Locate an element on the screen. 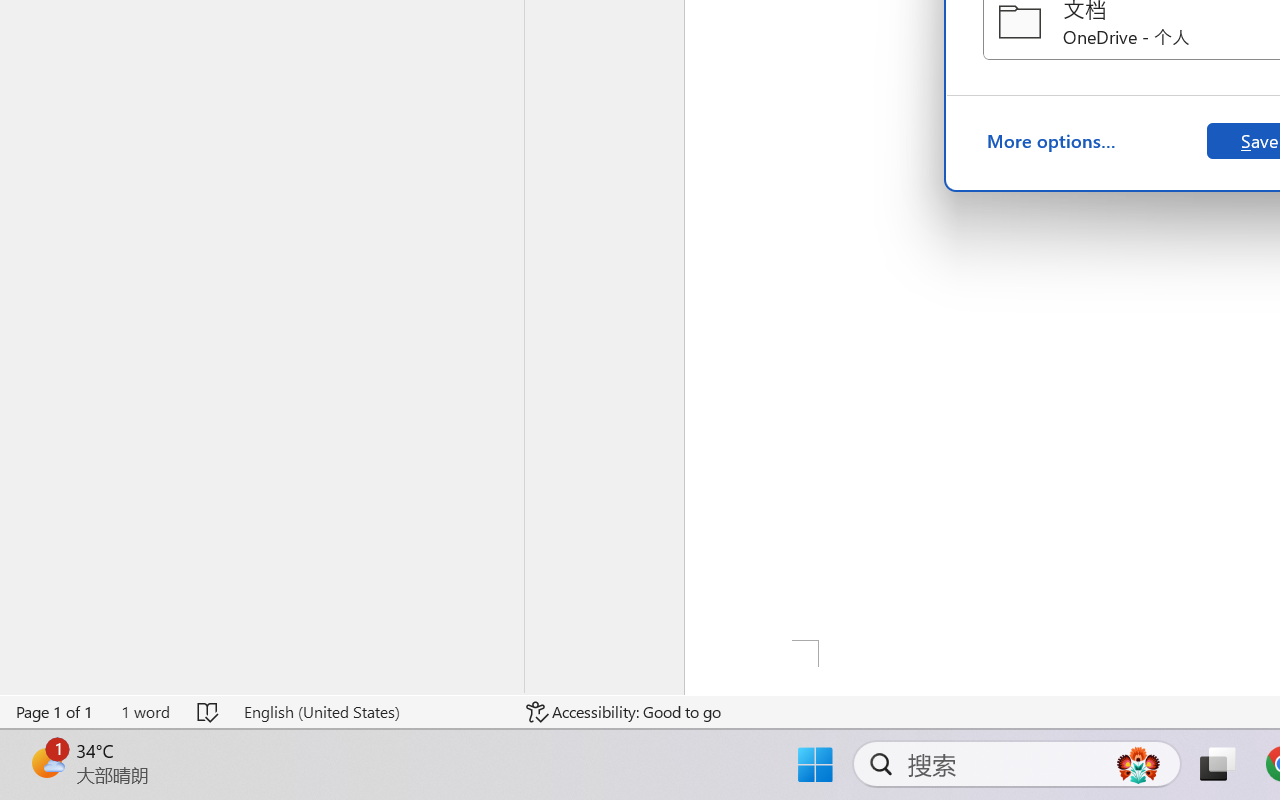  'Spelling and Grammar Check No Errors' is located at coordinates (209, 711).